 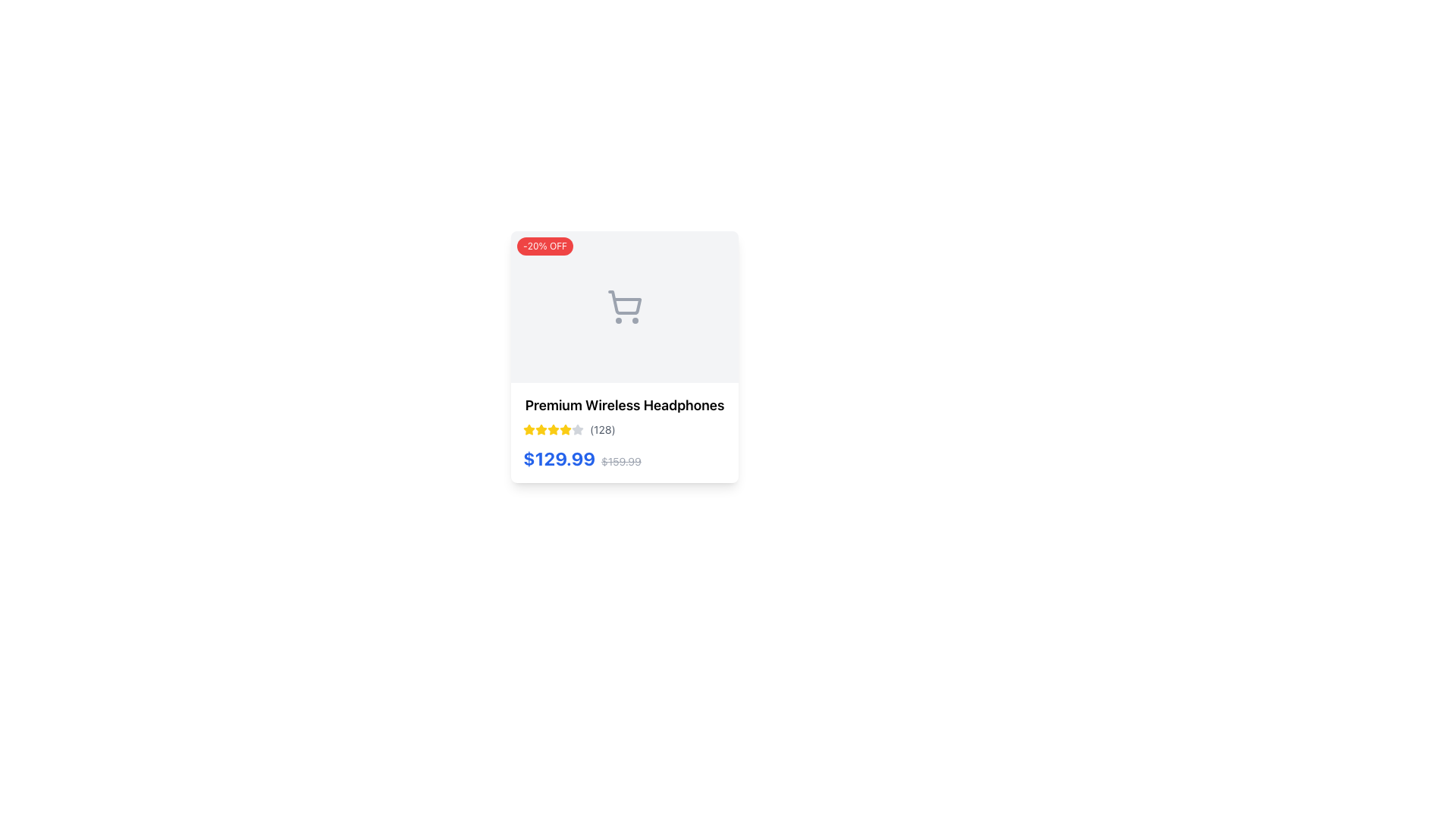 I want to click on the shopping cart icon, which is a minimalistic vector icon with a cart outline and wheels, located at the center of a product showcase card, so click(x=625, y=307).